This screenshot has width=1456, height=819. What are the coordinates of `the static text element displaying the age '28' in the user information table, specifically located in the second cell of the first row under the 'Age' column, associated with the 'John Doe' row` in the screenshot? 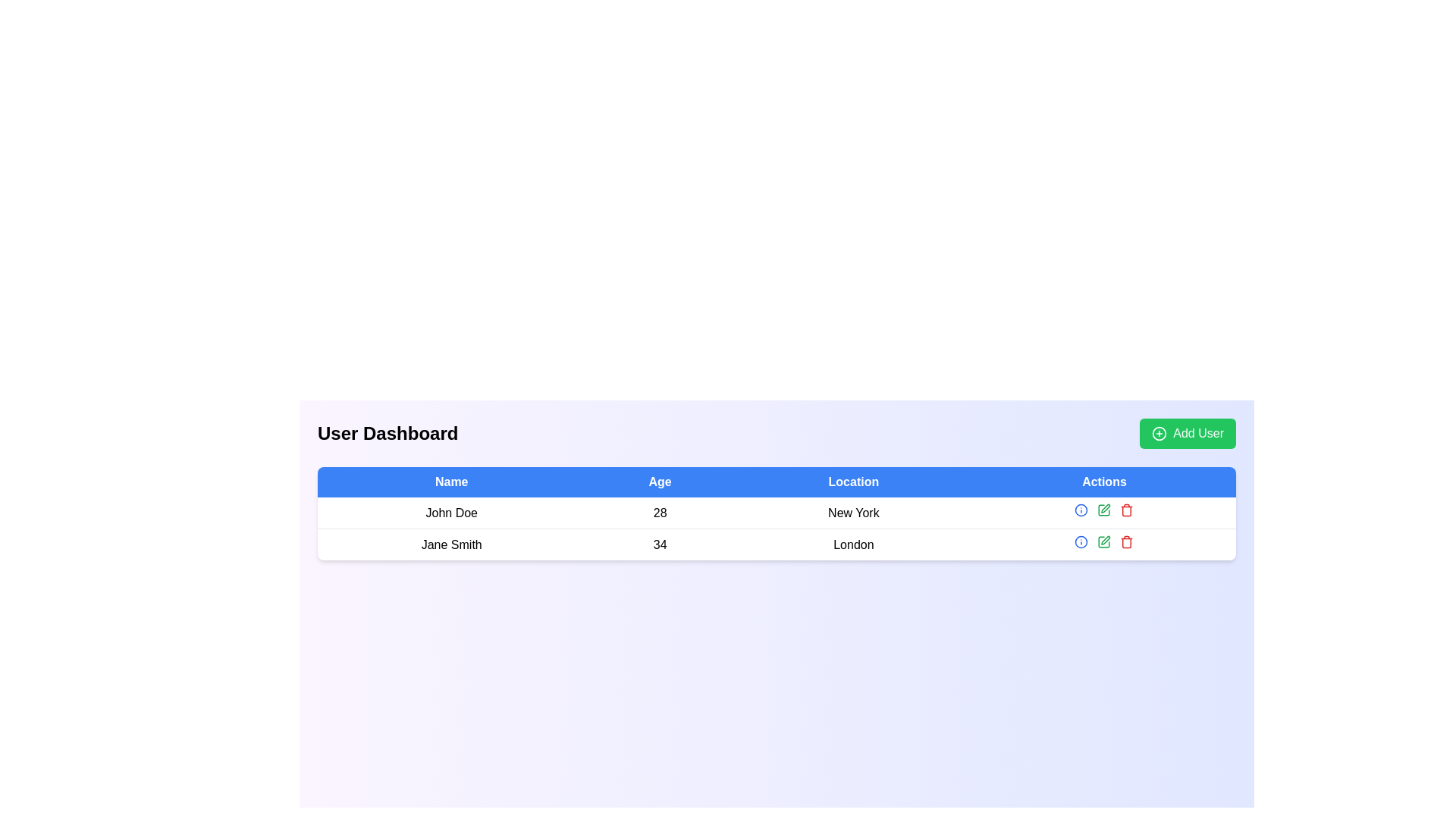 It's located at (660, 512).